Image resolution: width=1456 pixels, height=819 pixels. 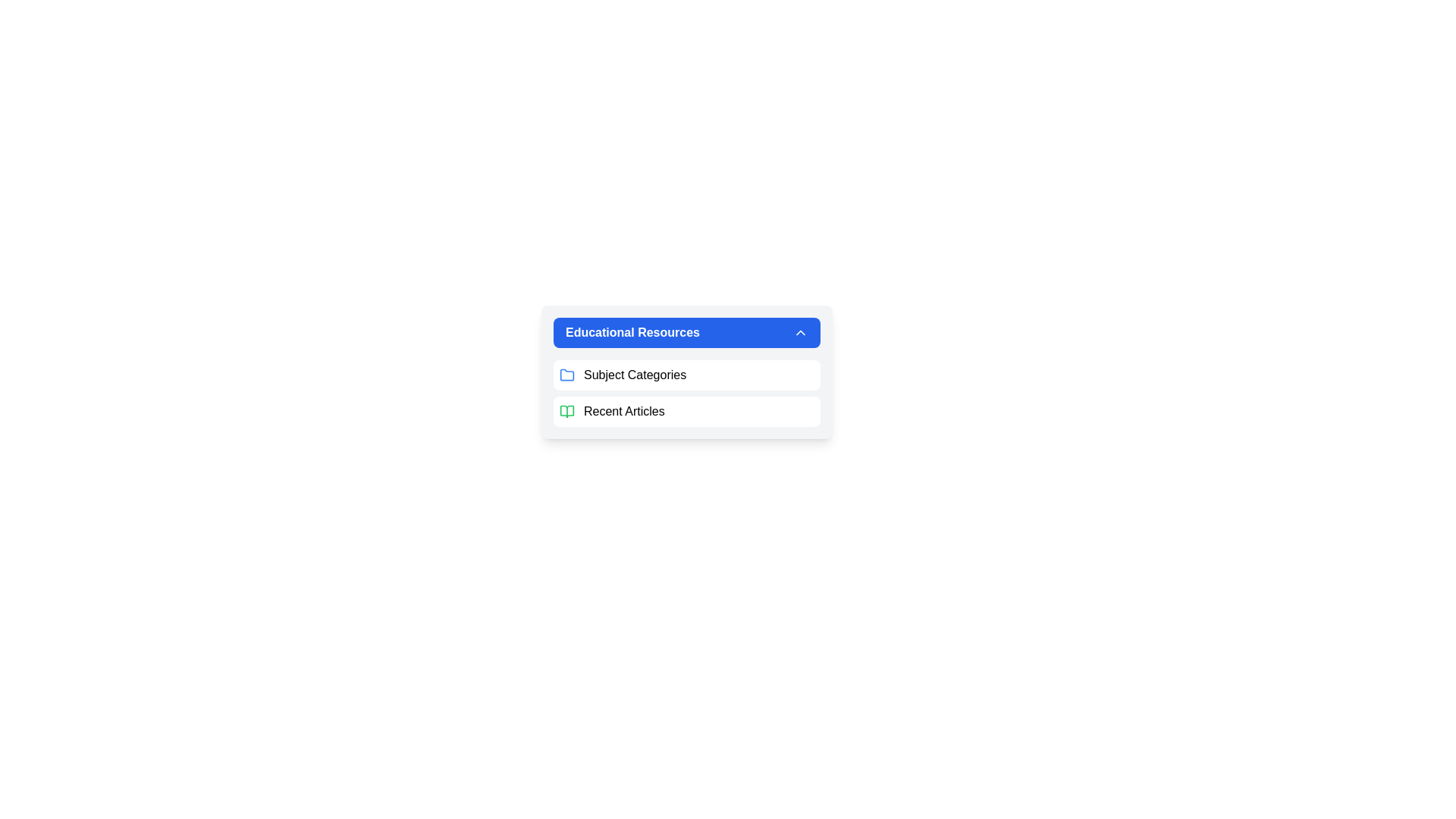 I want to click on text content of the 'Recent Articles' label, which is positioned below the 'Educational Resources' heading and aligned to the right of an open book icon, so click(x=624, y=412).